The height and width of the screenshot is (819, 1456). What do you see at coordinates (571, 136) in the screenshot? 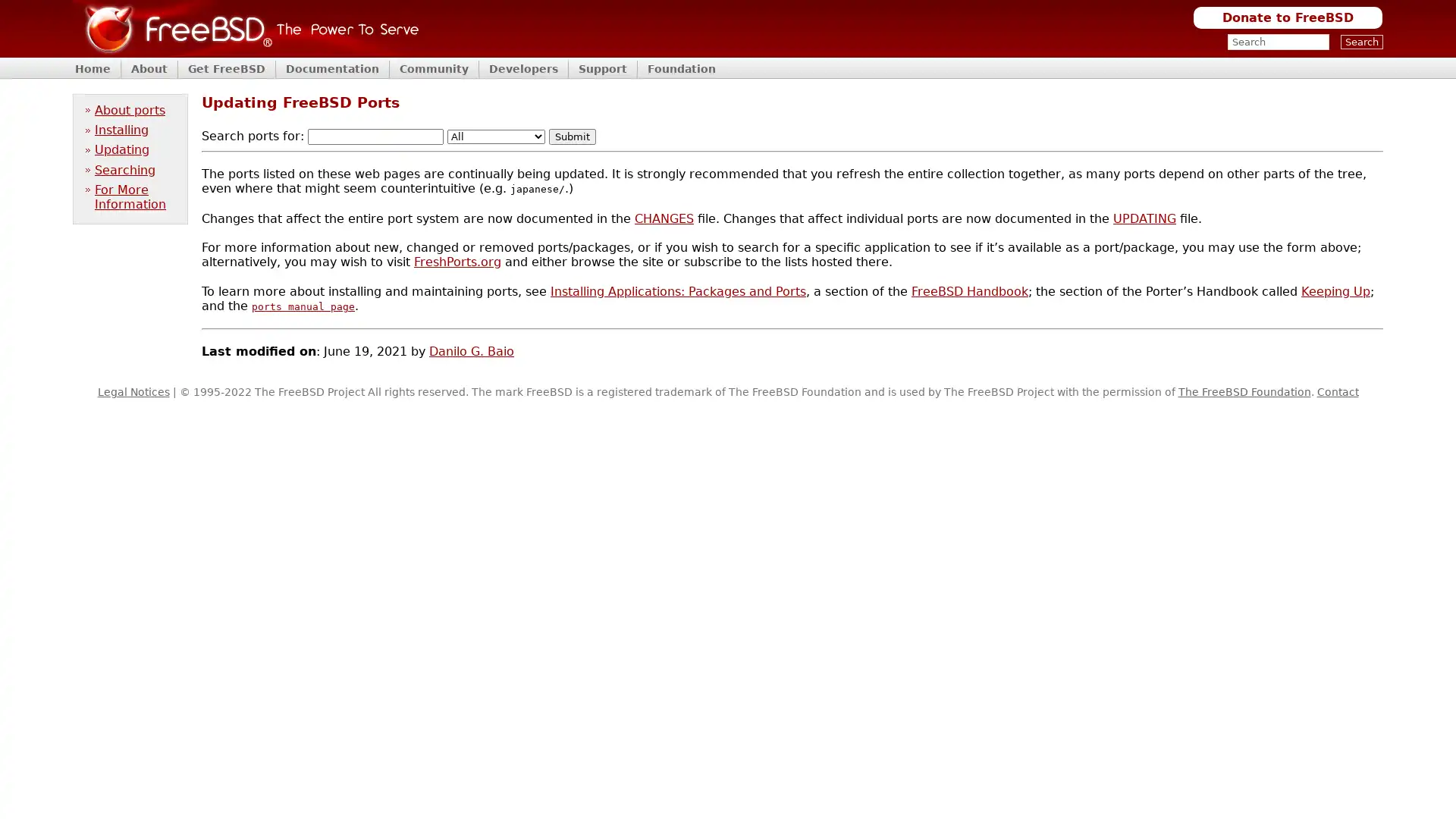
I see `Submit` at bounding box center [571, 136].